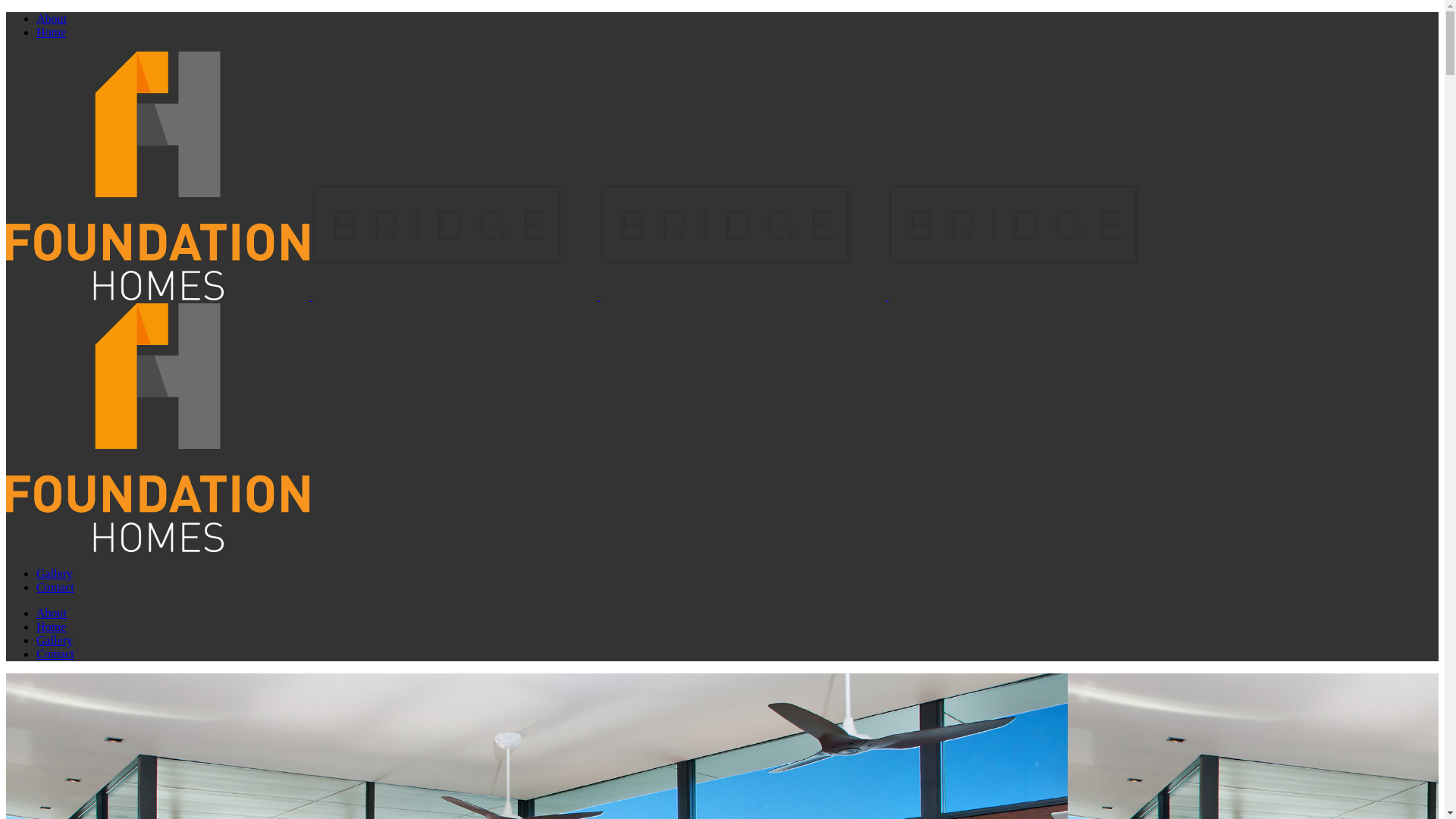 Image resolution: width=1456 pixels, height=819 pixels. I want to click on 'Gallery', so click(55, 573).